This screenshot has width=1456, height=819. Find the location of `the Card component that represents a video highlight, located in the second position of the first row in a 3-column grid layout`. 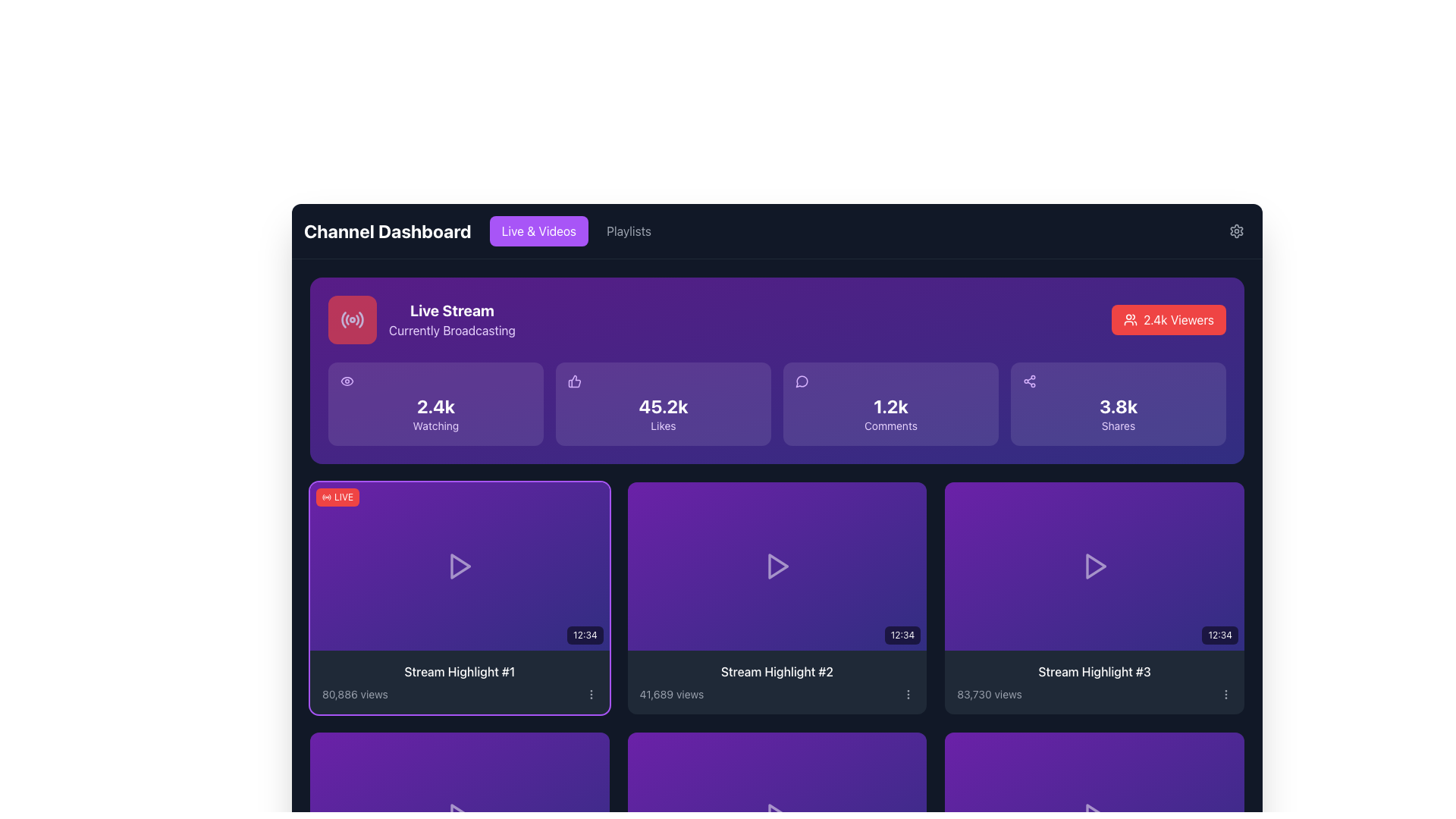

the Card component that represents a video highlight, located in the second position of the first row in a 3-column grid layout is located at coordinates (777, 598).